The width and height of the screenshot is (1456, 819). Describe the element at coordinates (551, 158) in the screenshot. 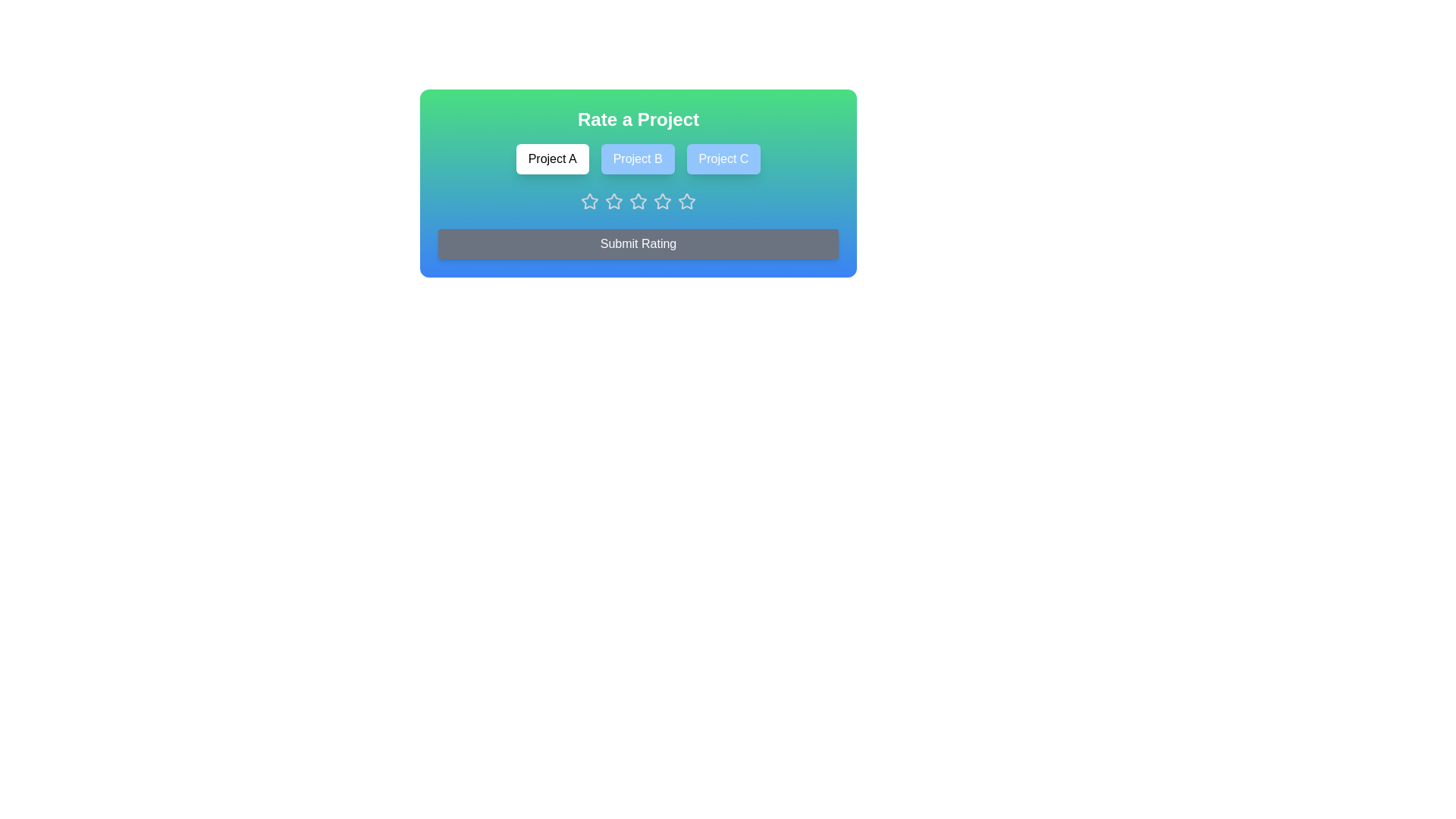

I see `the project Project A from the list` at that location.